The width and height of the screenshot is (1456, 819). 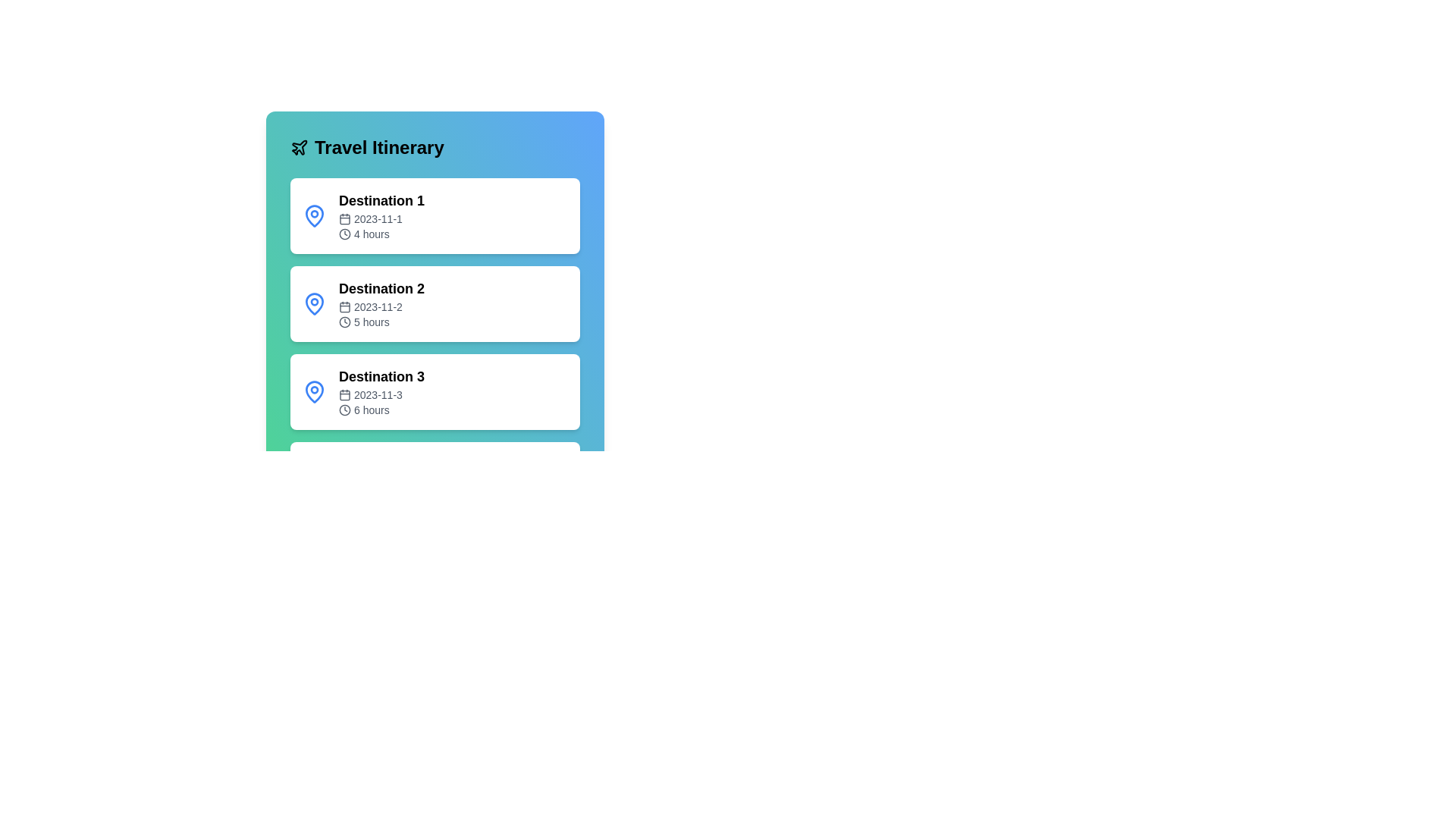 What do you see at coordinates (344, 307) in the screenshot?
I see `the calendar icon located to the left of the text '2023-11-2' in the 'Destination 2' row of the travel destinations list` at bounding box center [344, 307].